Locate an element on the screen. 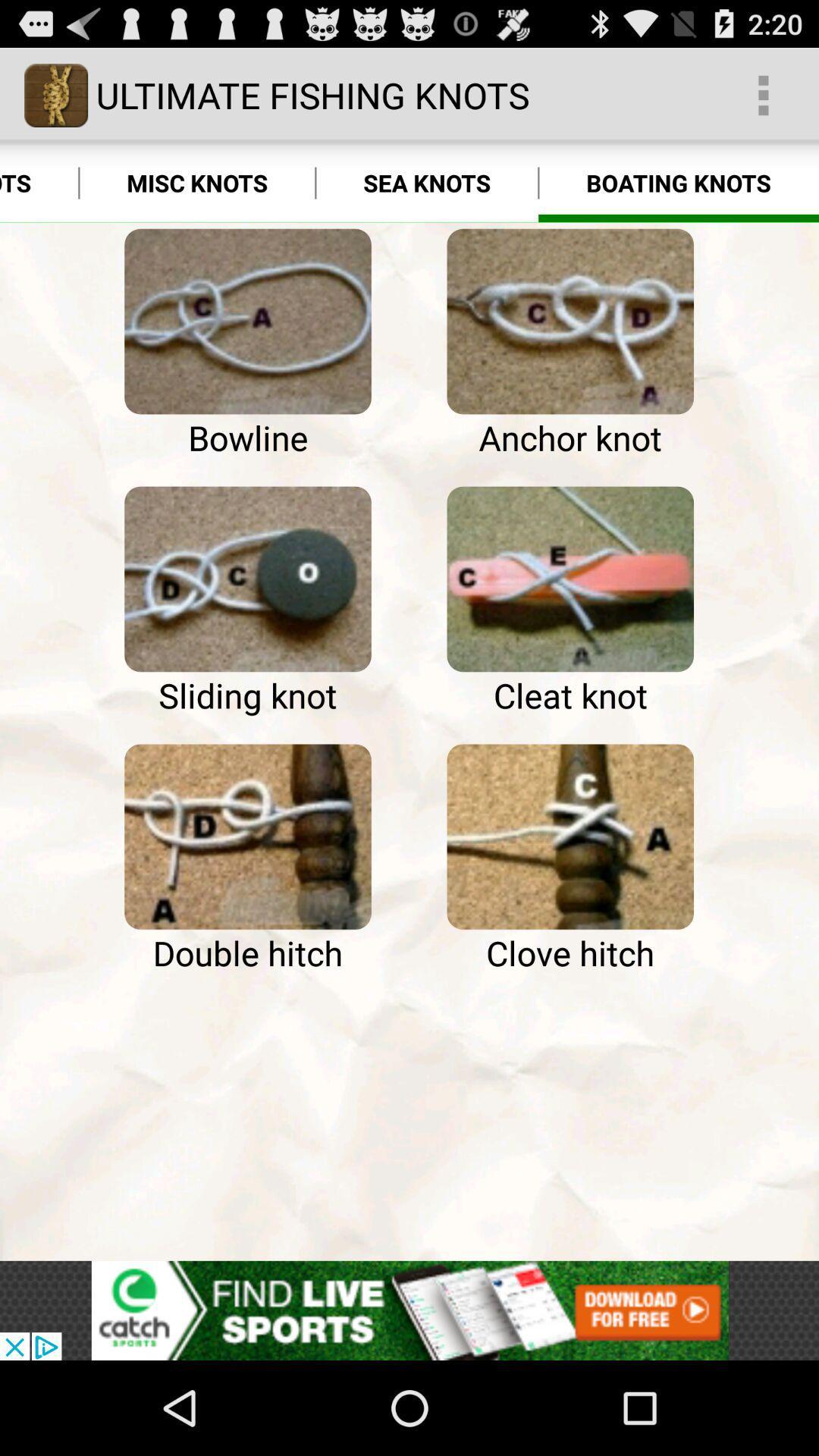  anchor knot instructions is located at coordinates (570, 321).